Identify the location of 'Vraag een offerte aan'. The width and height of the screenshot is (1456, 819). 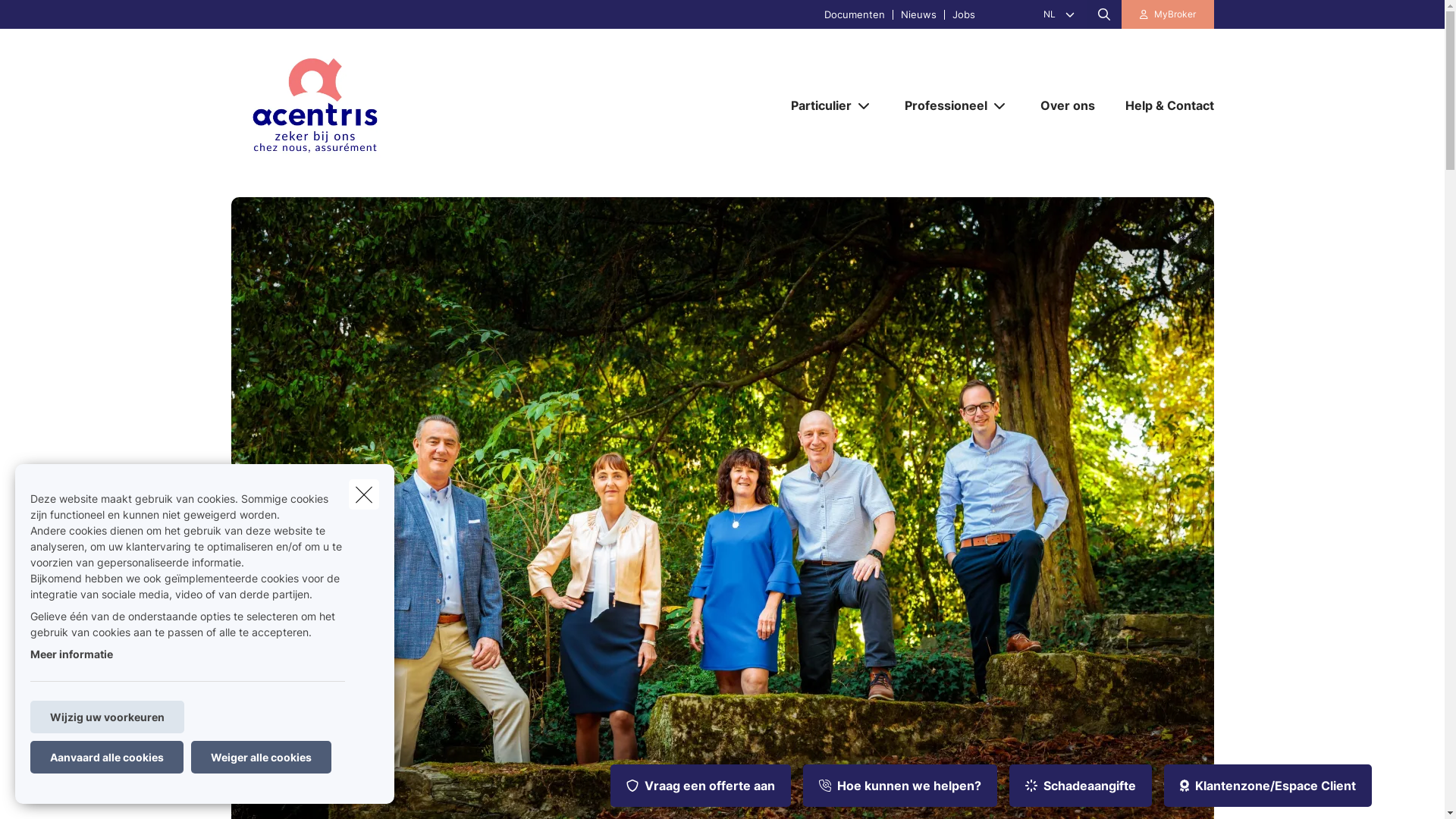
(699, 785).